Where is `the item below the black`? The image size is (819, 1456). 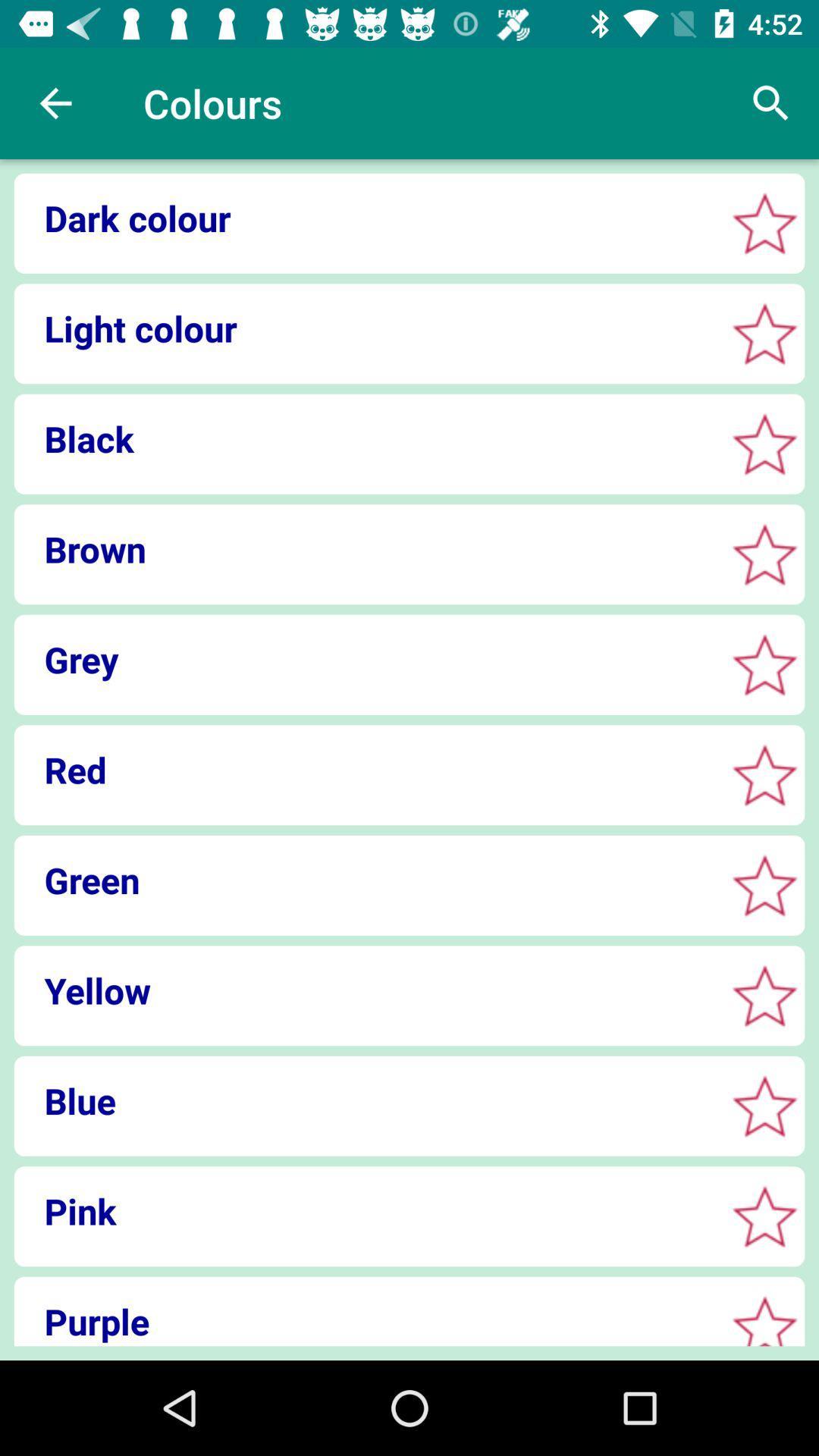
the item below the black is located at coordinates (365, 548).